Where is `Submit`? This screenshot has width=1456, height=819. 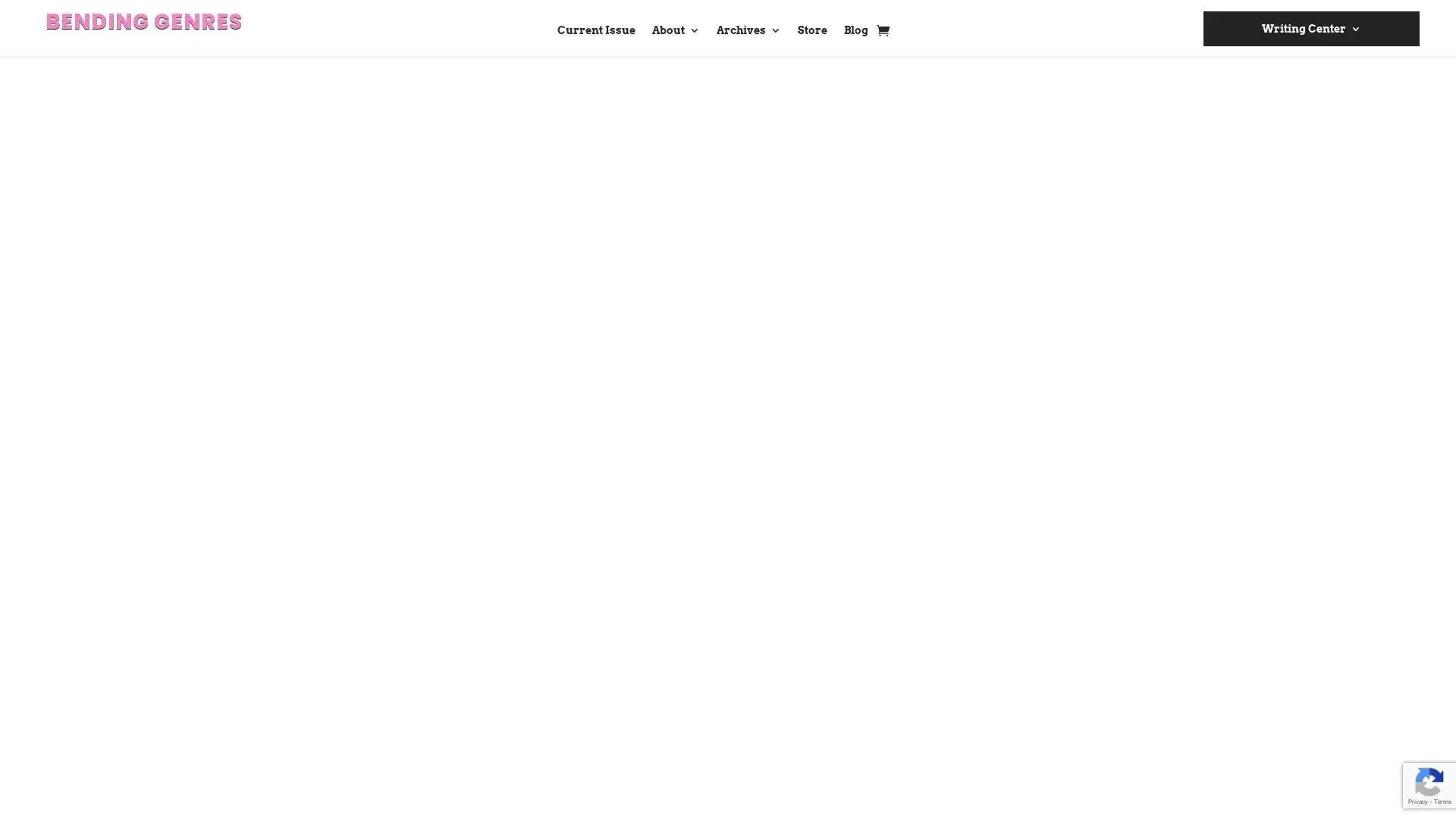
Submit is located at coordinates (1092, 646).